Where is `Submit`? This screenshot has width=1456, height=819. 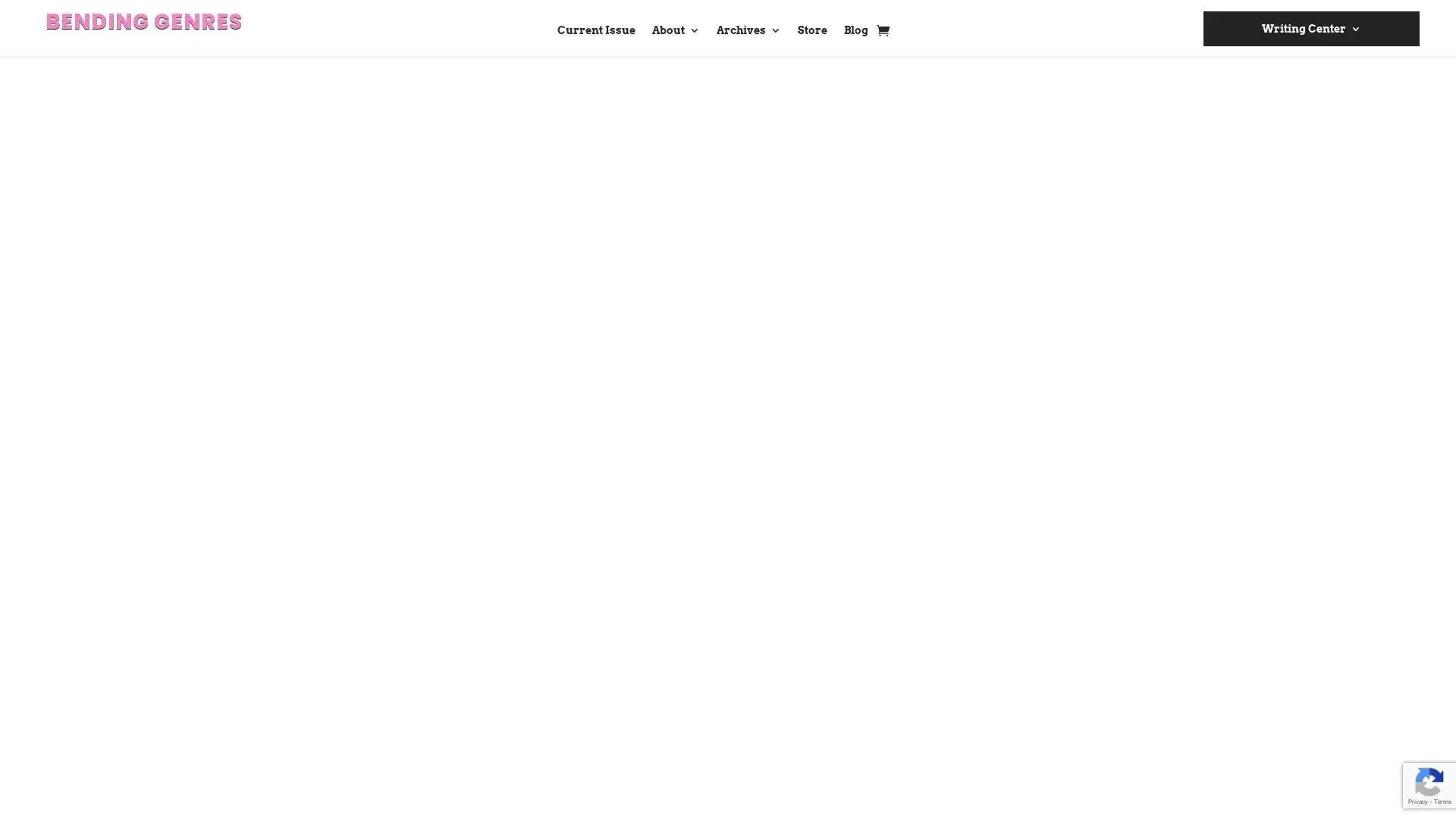
Submit is located at coordinates (1092, 646).